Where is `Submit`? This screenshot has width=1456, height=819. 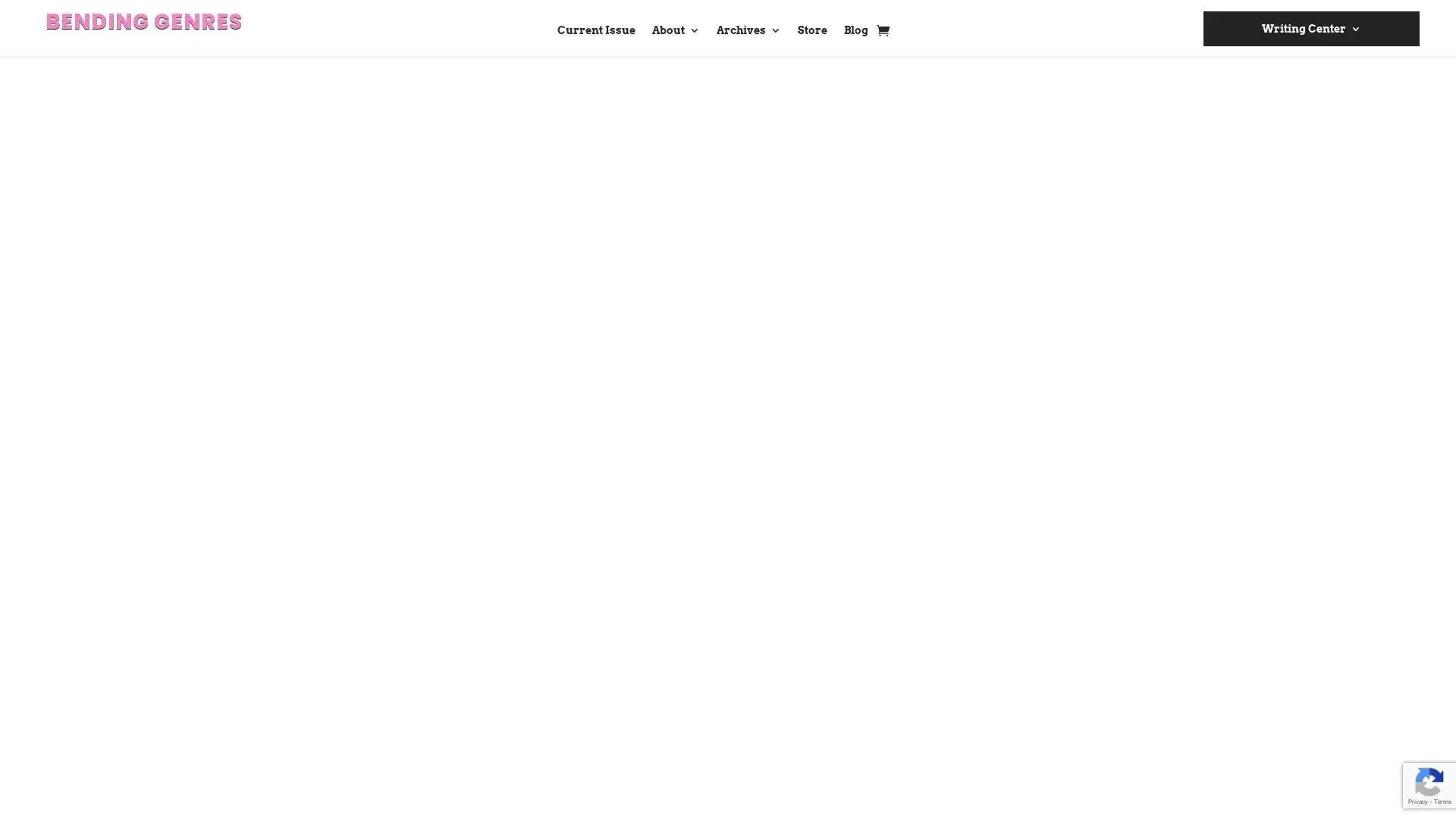
Submit is located at coordinates (1092, 646).